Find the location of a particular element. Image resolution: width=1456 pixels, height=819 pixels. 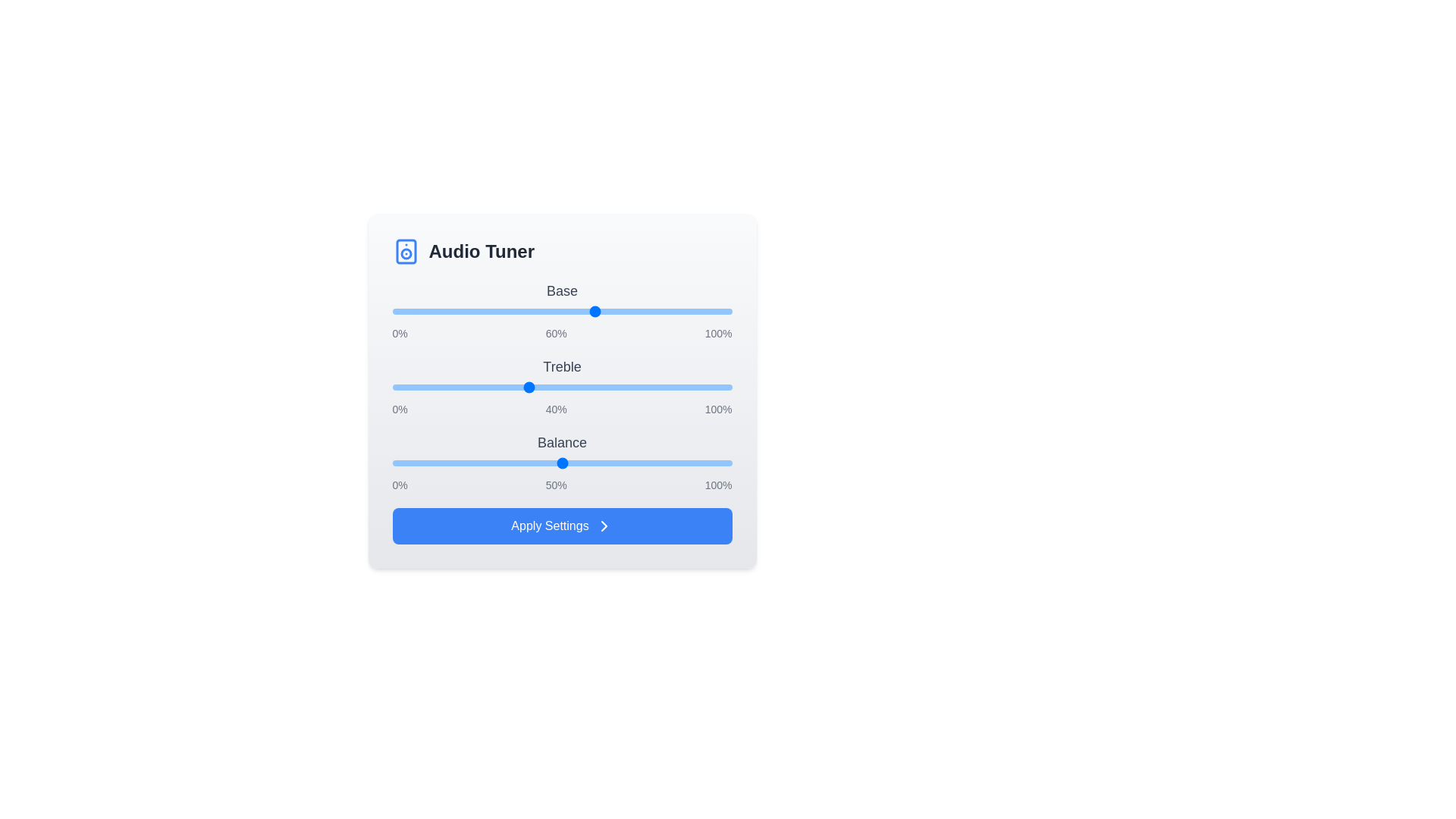

the 0 slider to 24% is located at coordinates (472, 311).